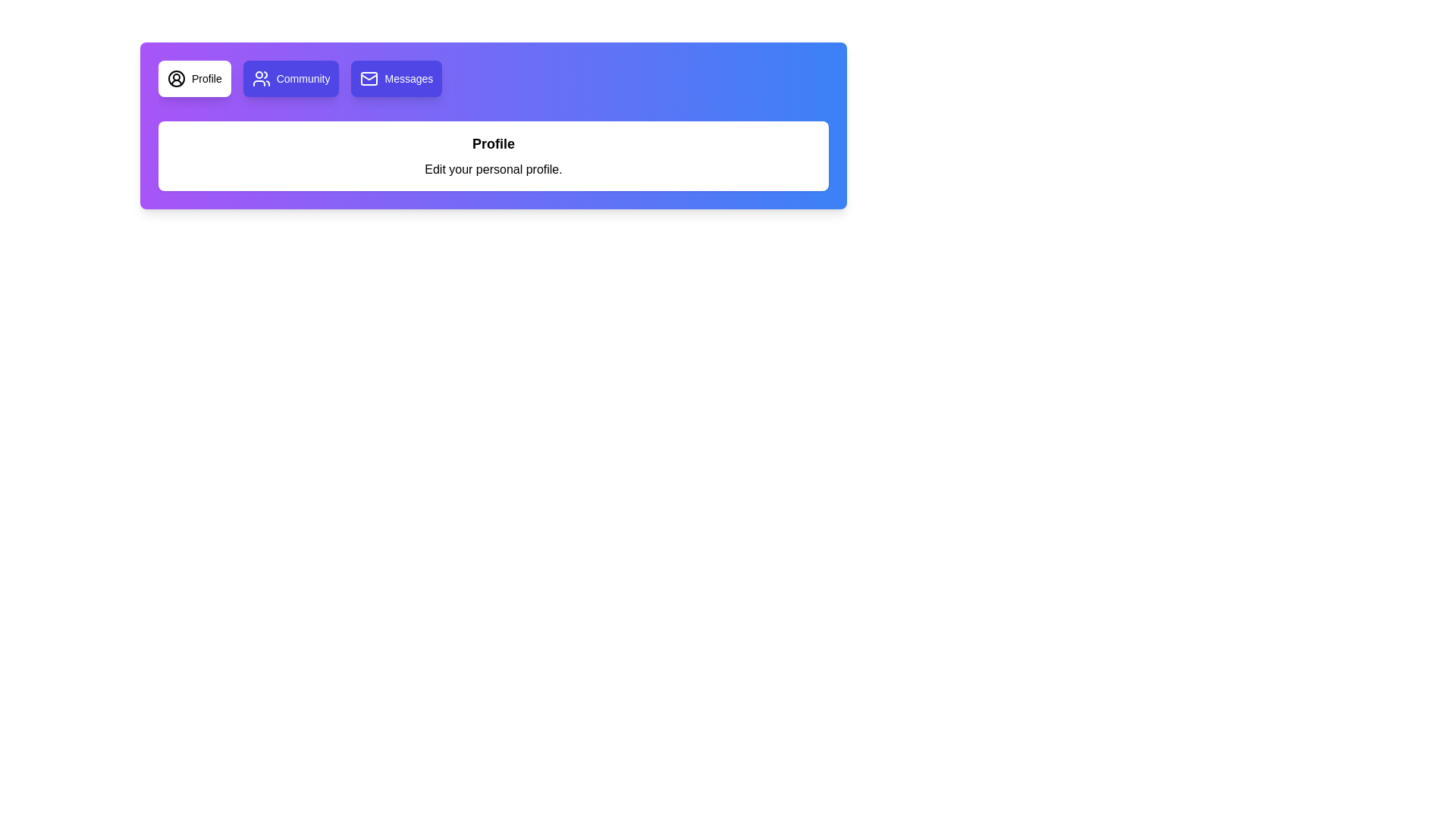 Image resolution: width=1456 pixels, height=819 pixels. What do you see at coordinates (291, 79) in the screenshot?
I see `the Community tab to preview its visual effects` at bounding box center [291, 79].